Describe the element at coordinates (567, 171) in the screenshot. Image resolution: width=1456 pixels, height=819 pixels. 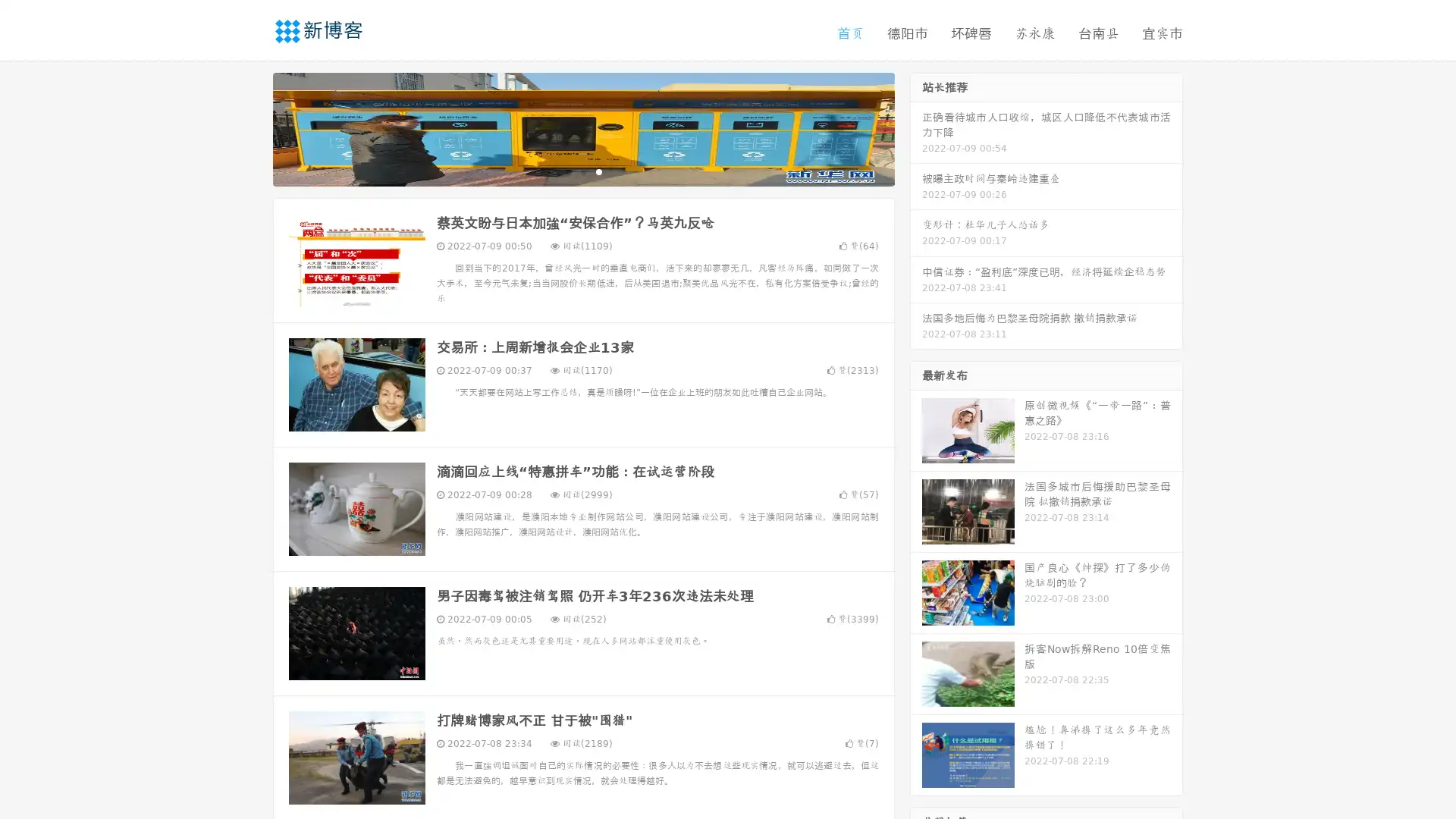
I see `Go to slide 1` at that location.